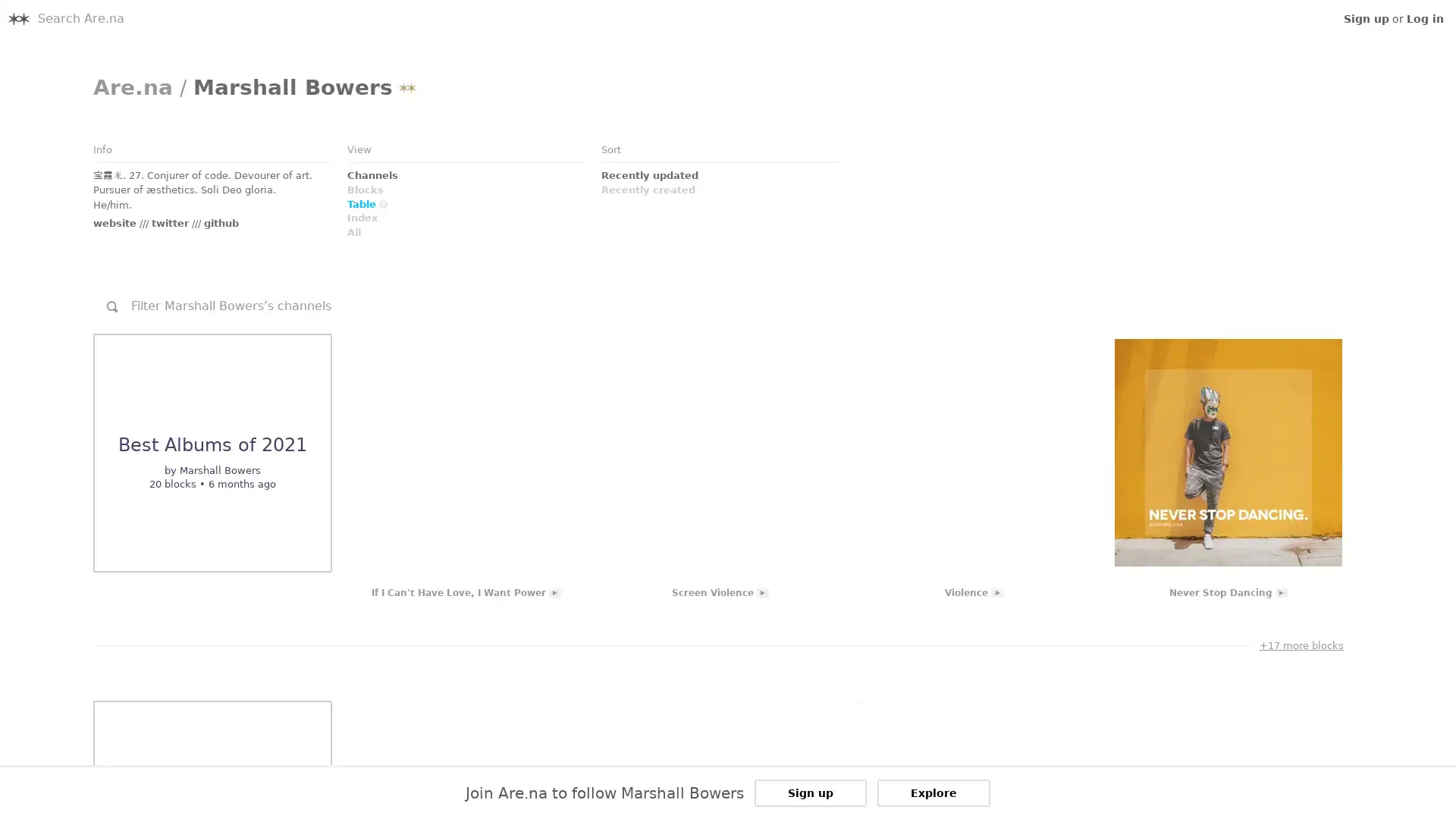  Describe the element at coordinates (974, 451) in the screenshot. I see `Link to Embed: Violence` at that location.